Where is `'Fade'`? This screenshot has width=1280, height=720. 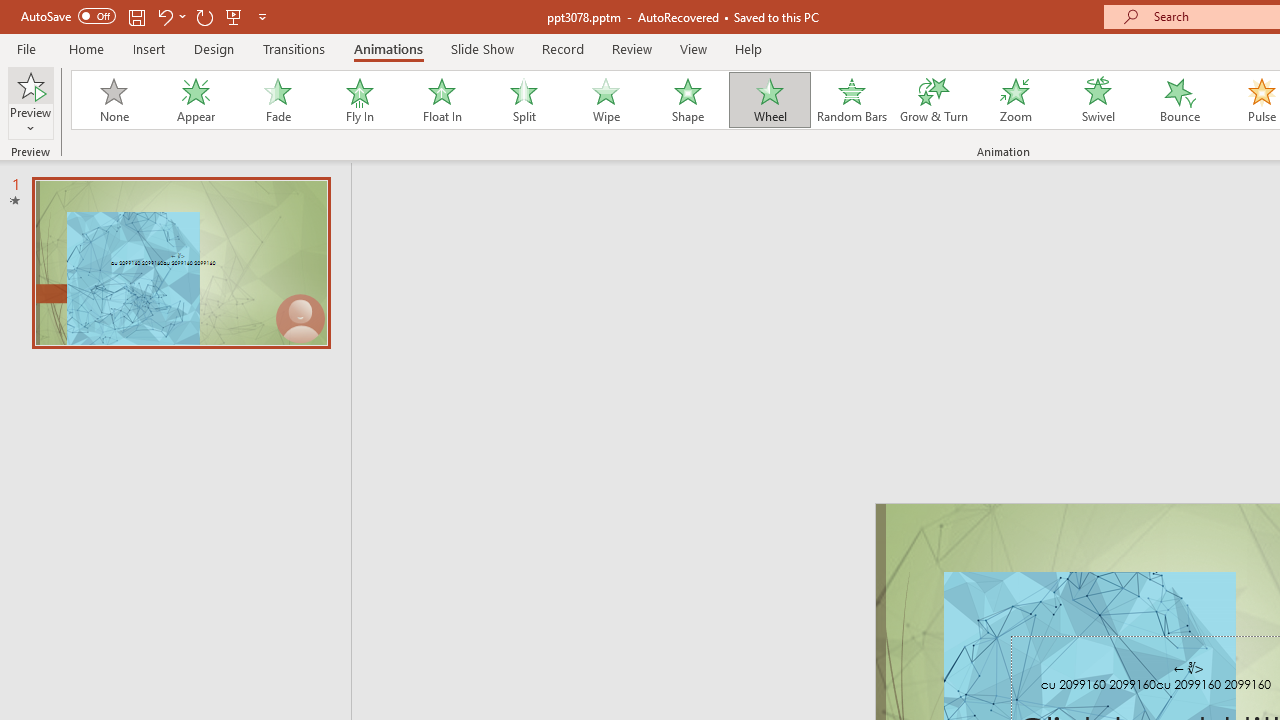 'Fade' is located at coordinates (276, 100).